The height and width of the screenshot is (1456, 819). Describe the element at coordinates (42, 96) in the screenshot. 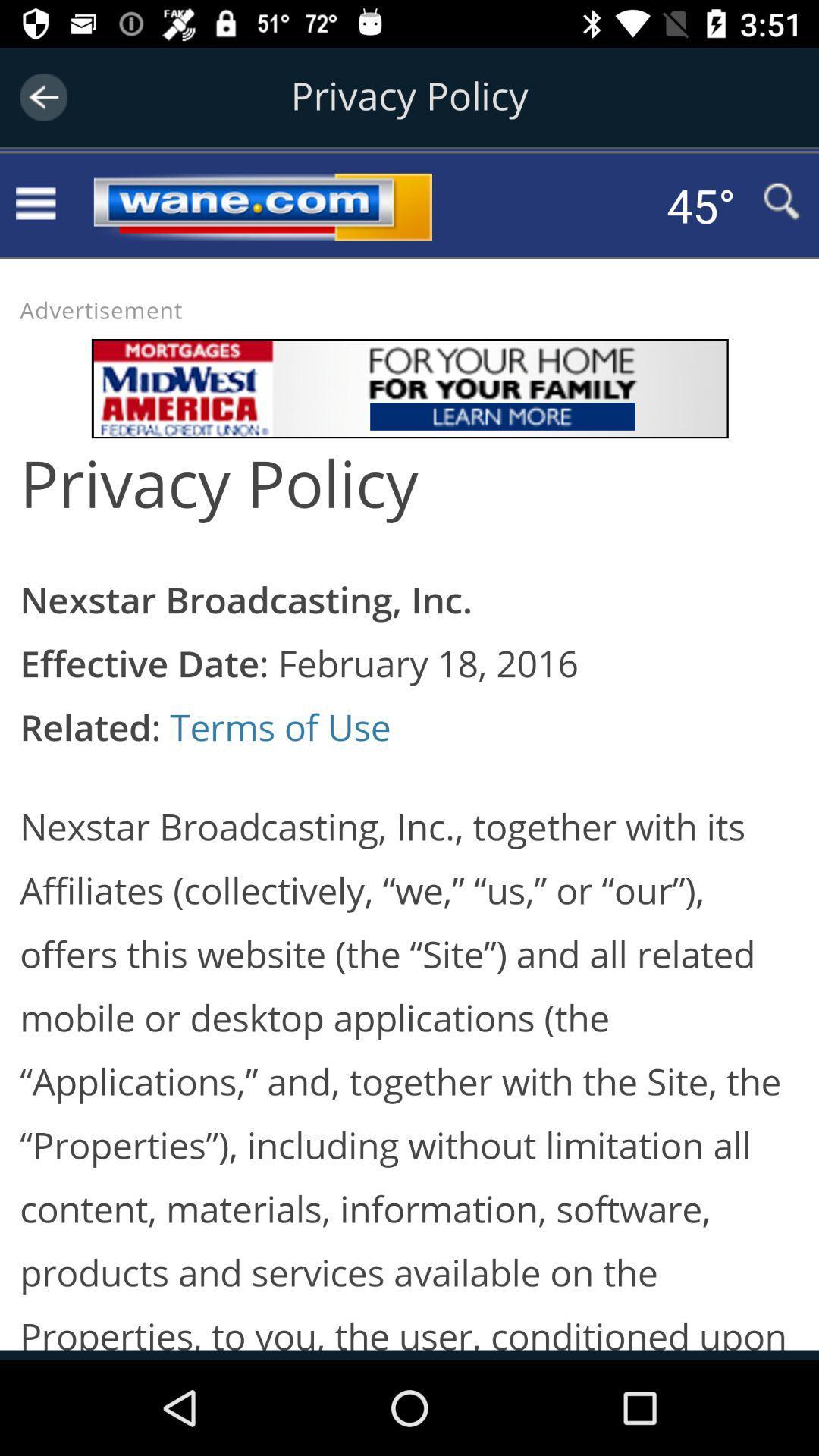

I see `the arrow_backward icon` at that location.